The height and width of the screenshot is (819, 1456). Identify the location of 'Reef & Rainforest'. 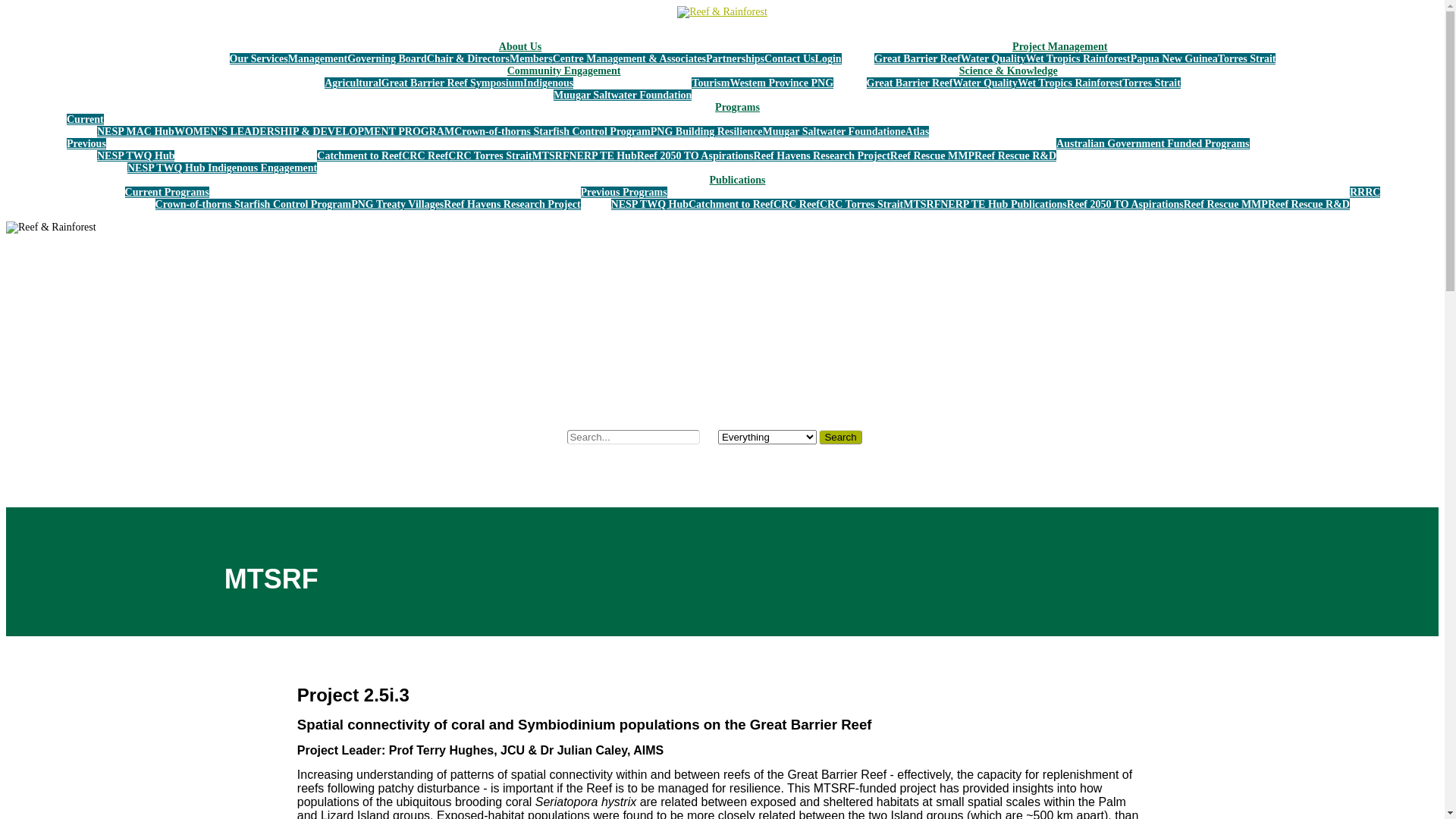
(721, 11).